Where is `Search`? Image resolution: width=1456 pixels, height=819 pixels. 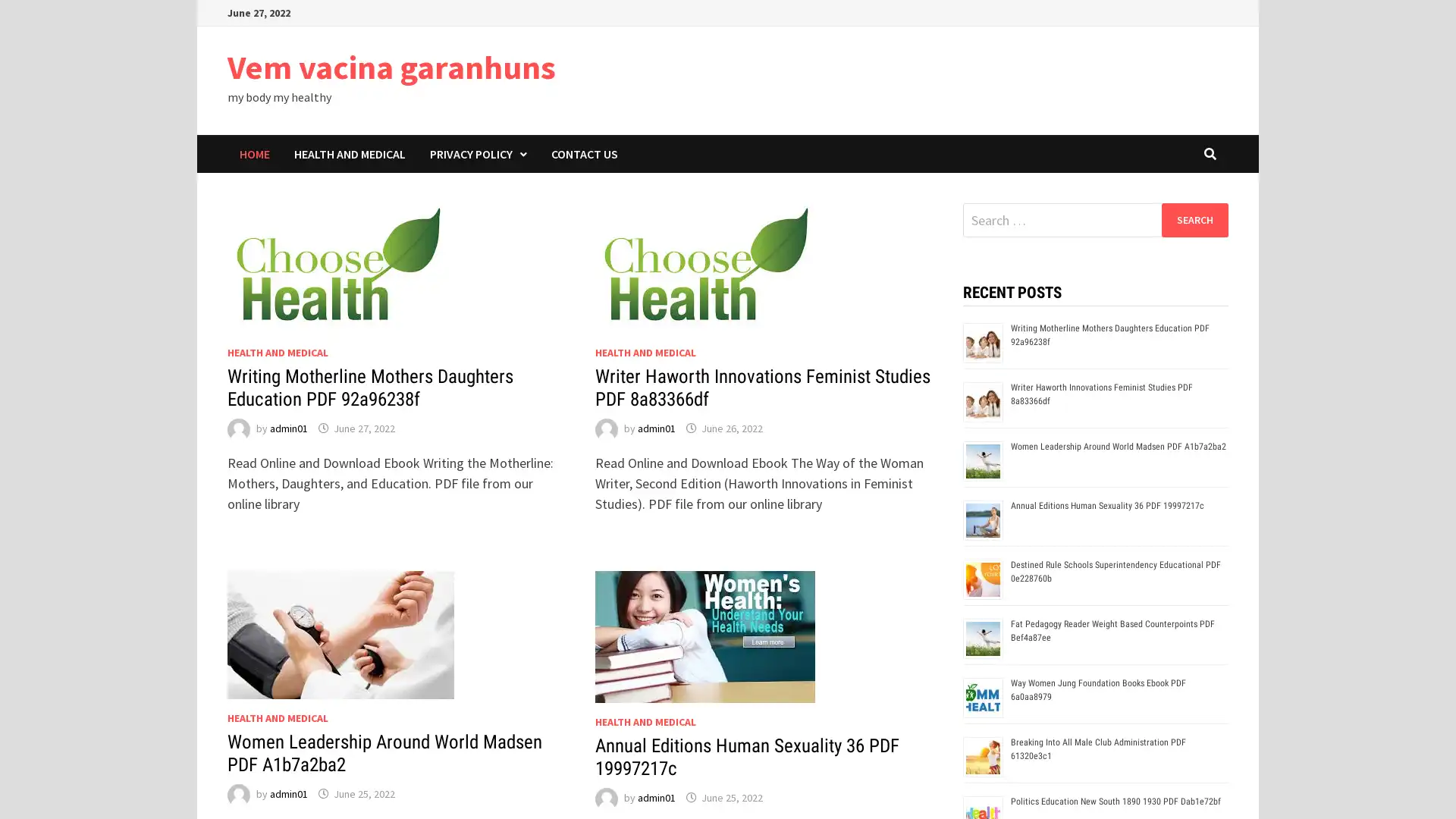
Search is located at coordinates (1194, 219).